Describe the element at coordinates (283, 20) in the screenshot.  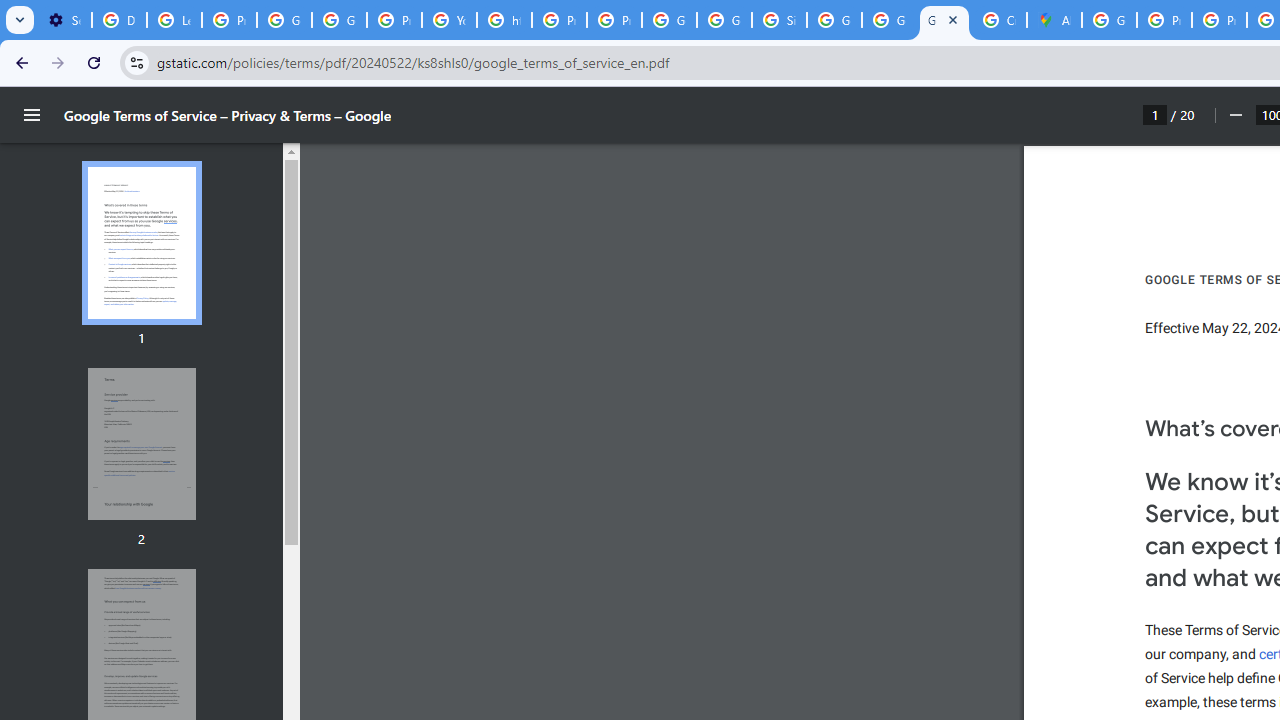
I see `'Google Account Help'` at that location.